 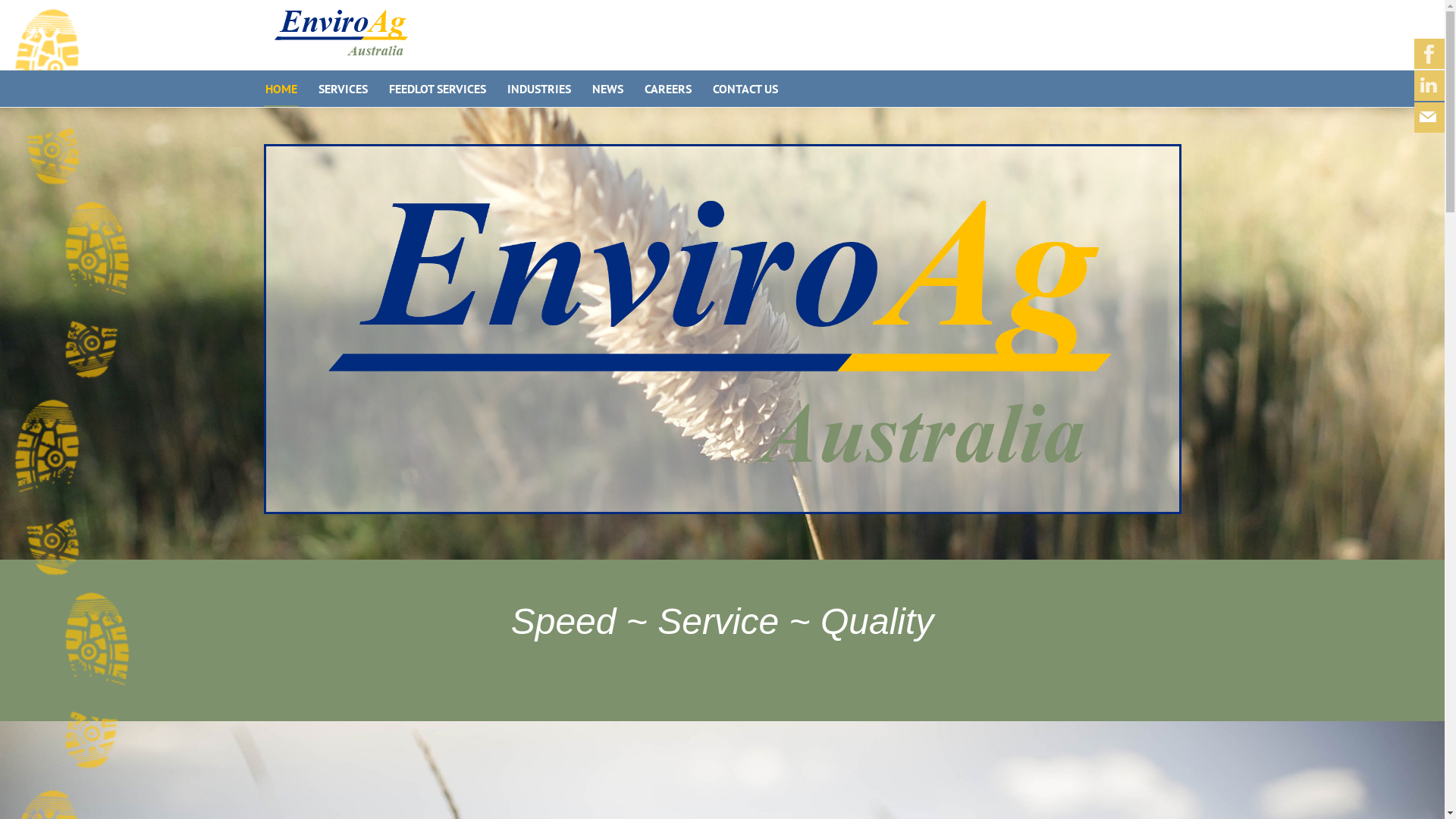 I want to click on 'HOME', so click(x=281, y=88).